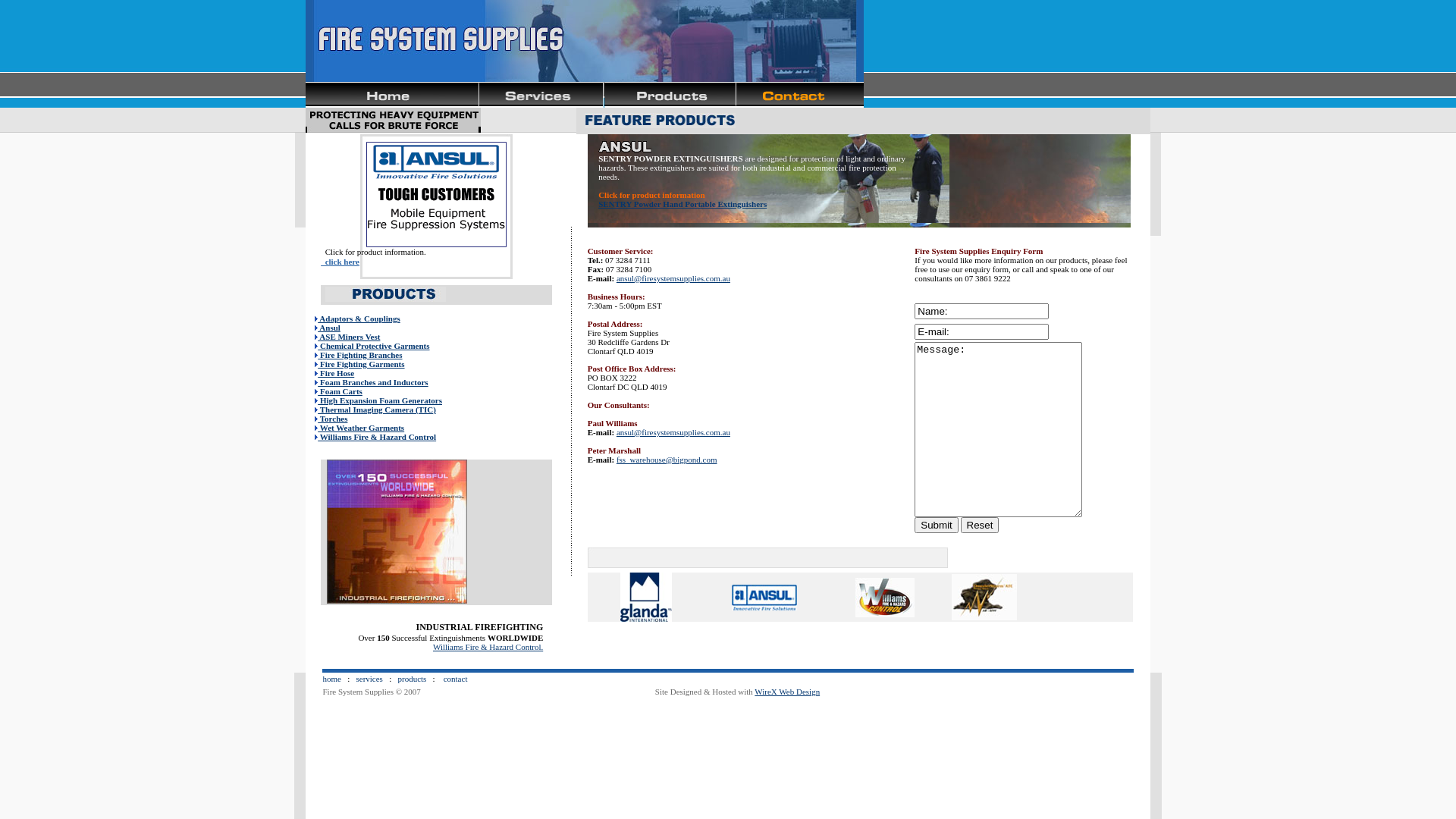 The image size is (1456, 819). Describe the element at coordinates (372, 345) in the screenshot. I see `' Chemical Protective Garments'` at that location.